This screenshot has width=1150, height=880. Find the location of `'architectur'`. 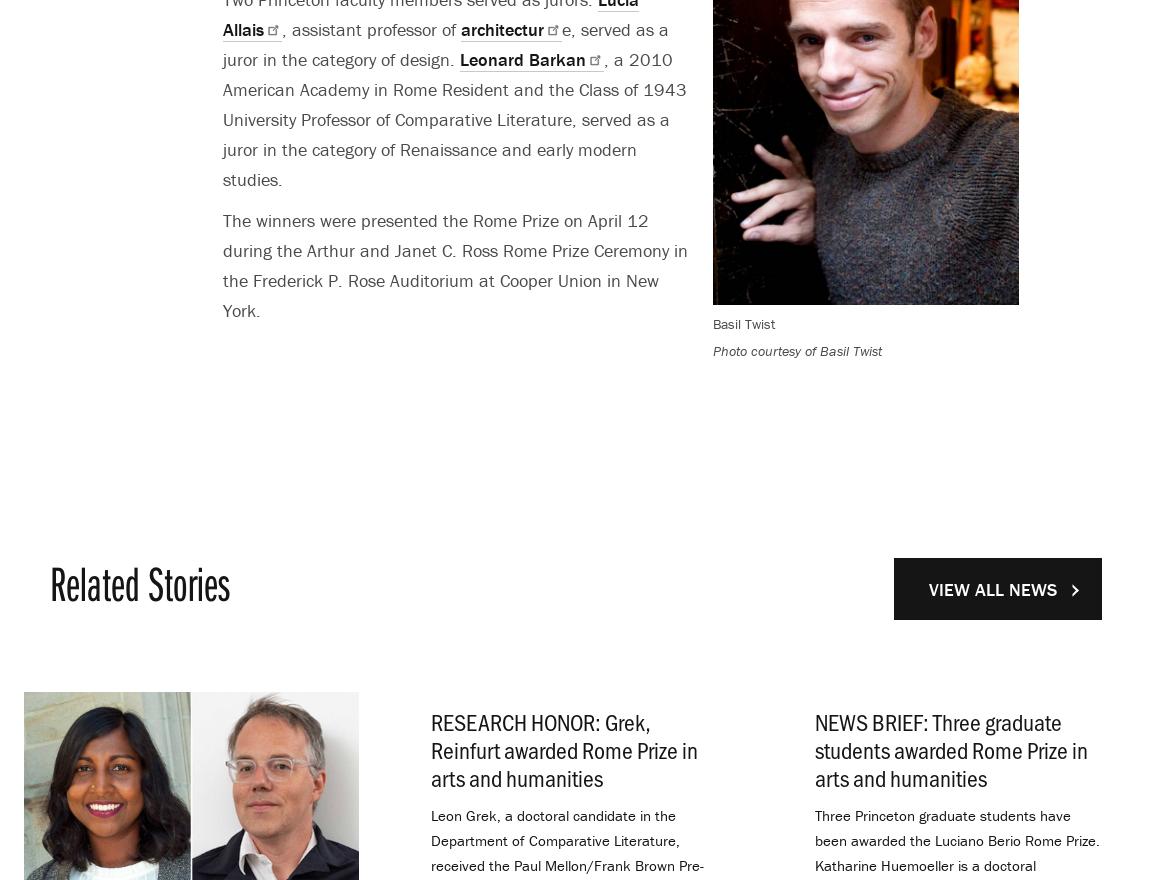

'architectur' is located at coordinates (502, 27).